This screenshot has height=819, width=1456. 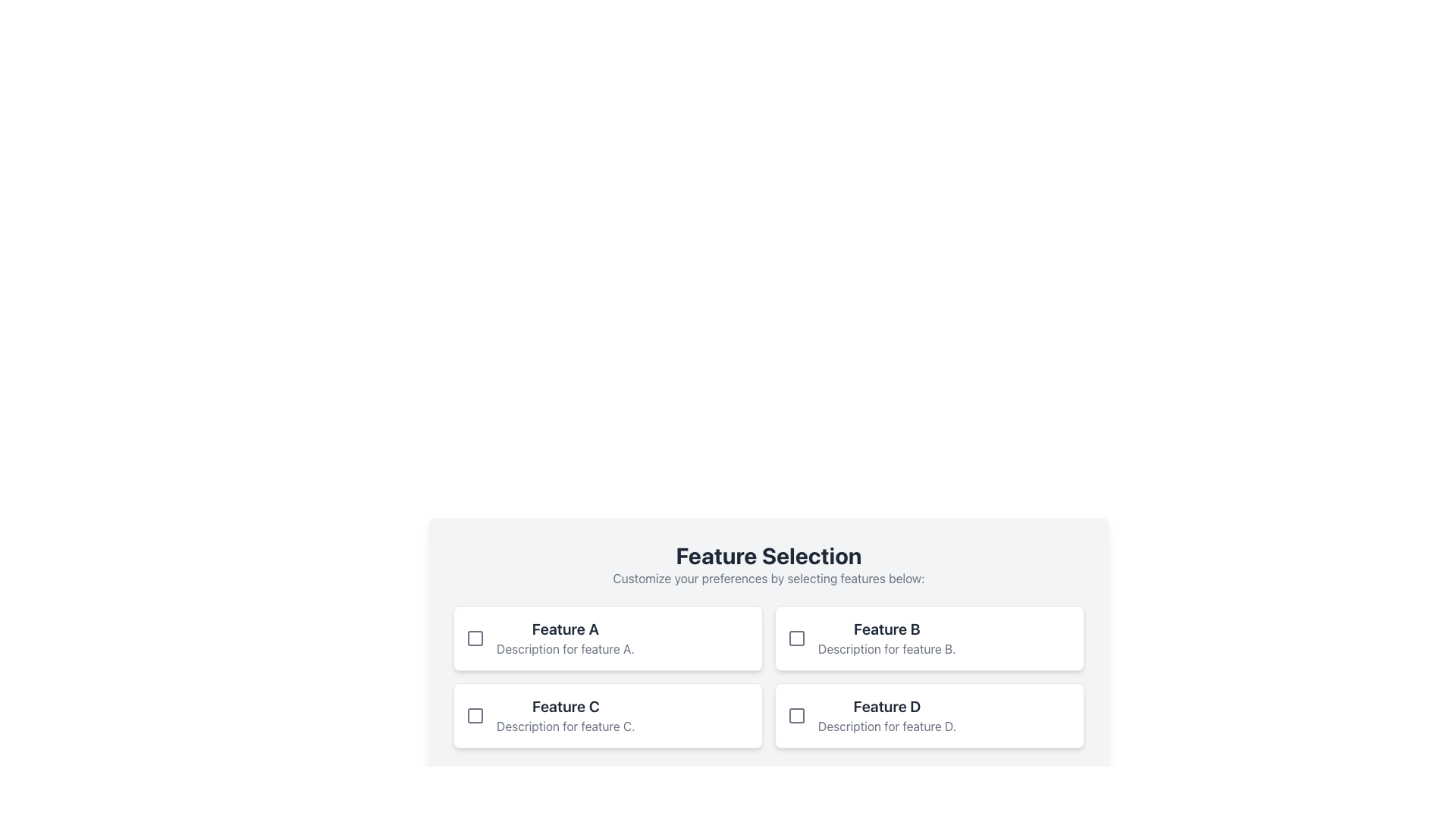 I want to click on the Text Label located in the bottom right card under the 'Feature Selection' section, which serves as the title for the feature and is positioned above its description text and next to a checkbox, so click(x=887, y=707).